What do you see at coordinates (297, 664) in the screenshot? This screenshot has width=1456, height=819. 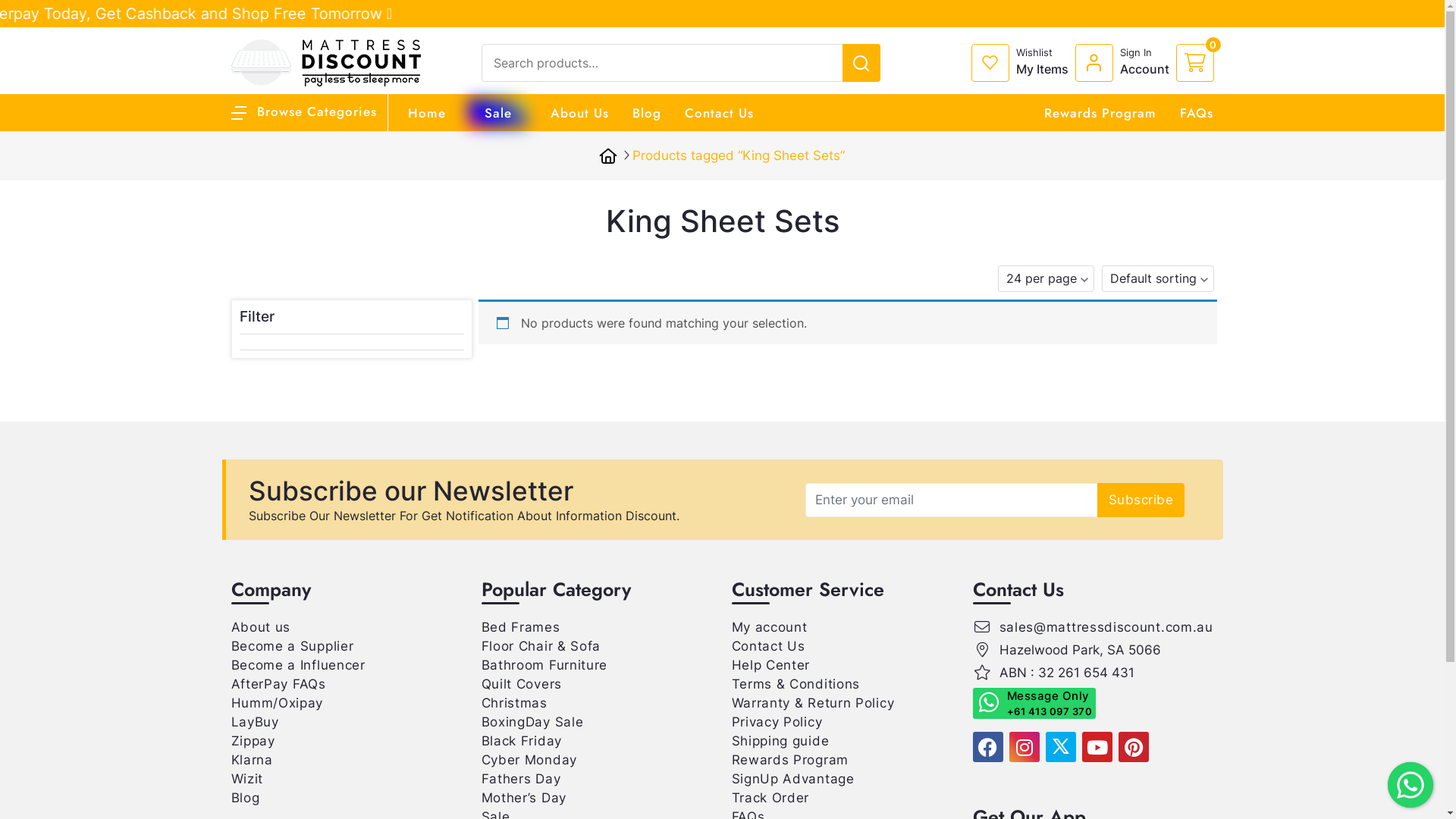 I see `'Become a Influencer'` at bounding box center [297, 664].